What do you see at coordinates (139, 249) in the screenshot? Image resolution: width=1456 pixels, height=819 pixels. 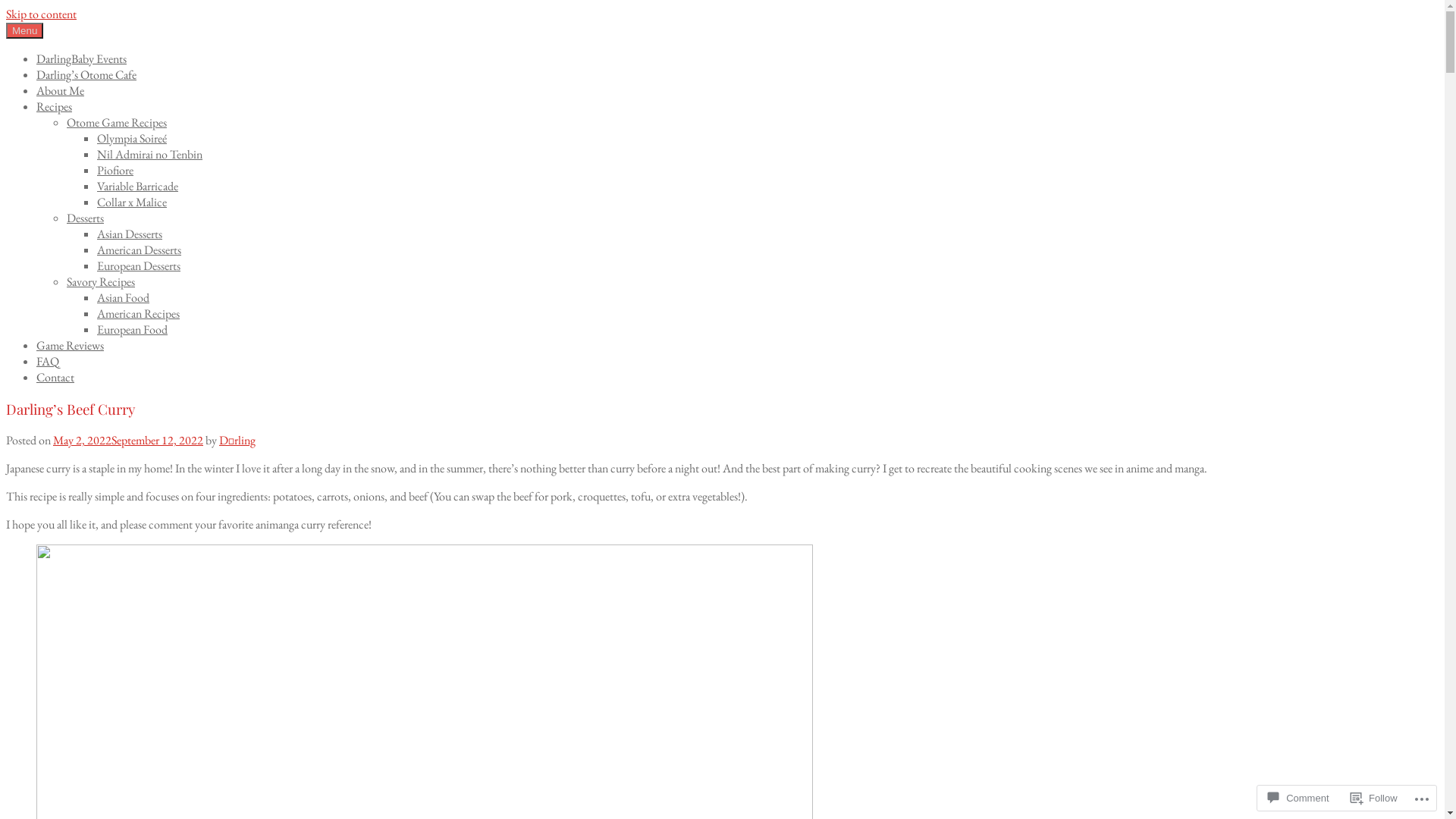 I see `'American Desserts'` at bounding box center [139, 249].